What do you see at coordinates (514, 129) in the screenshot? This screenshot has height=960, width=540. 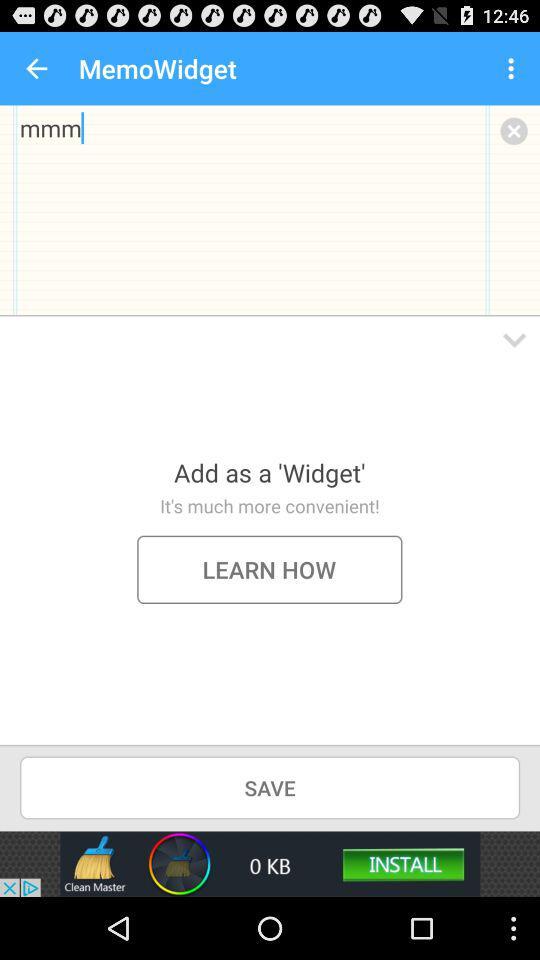 I see `memo` at bounding box center [514, 129].